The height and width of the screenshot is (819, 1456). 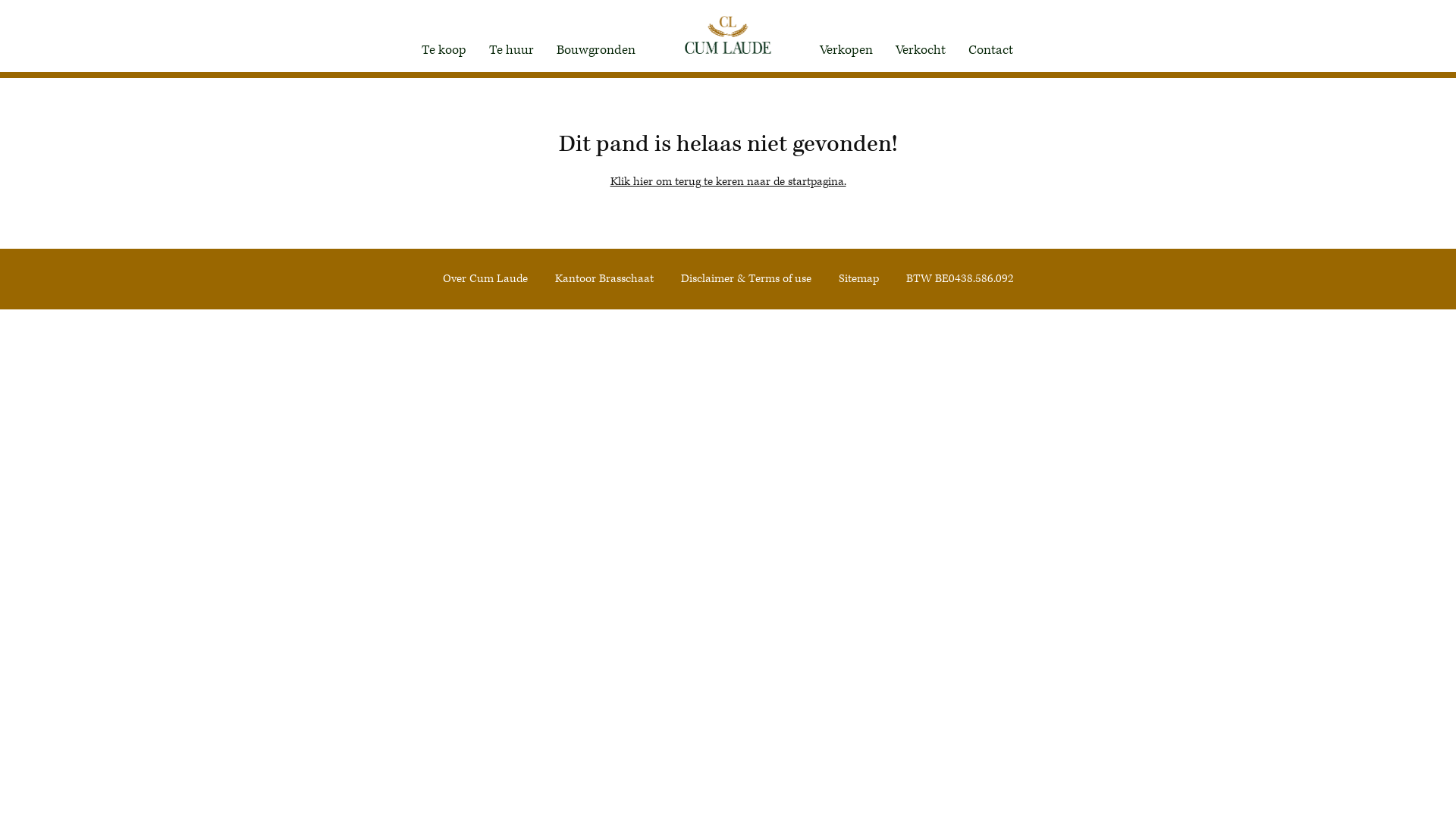 I want to click on 'Klik hier om terug te keren naar de startpagina.', so click(x=726, y=180).